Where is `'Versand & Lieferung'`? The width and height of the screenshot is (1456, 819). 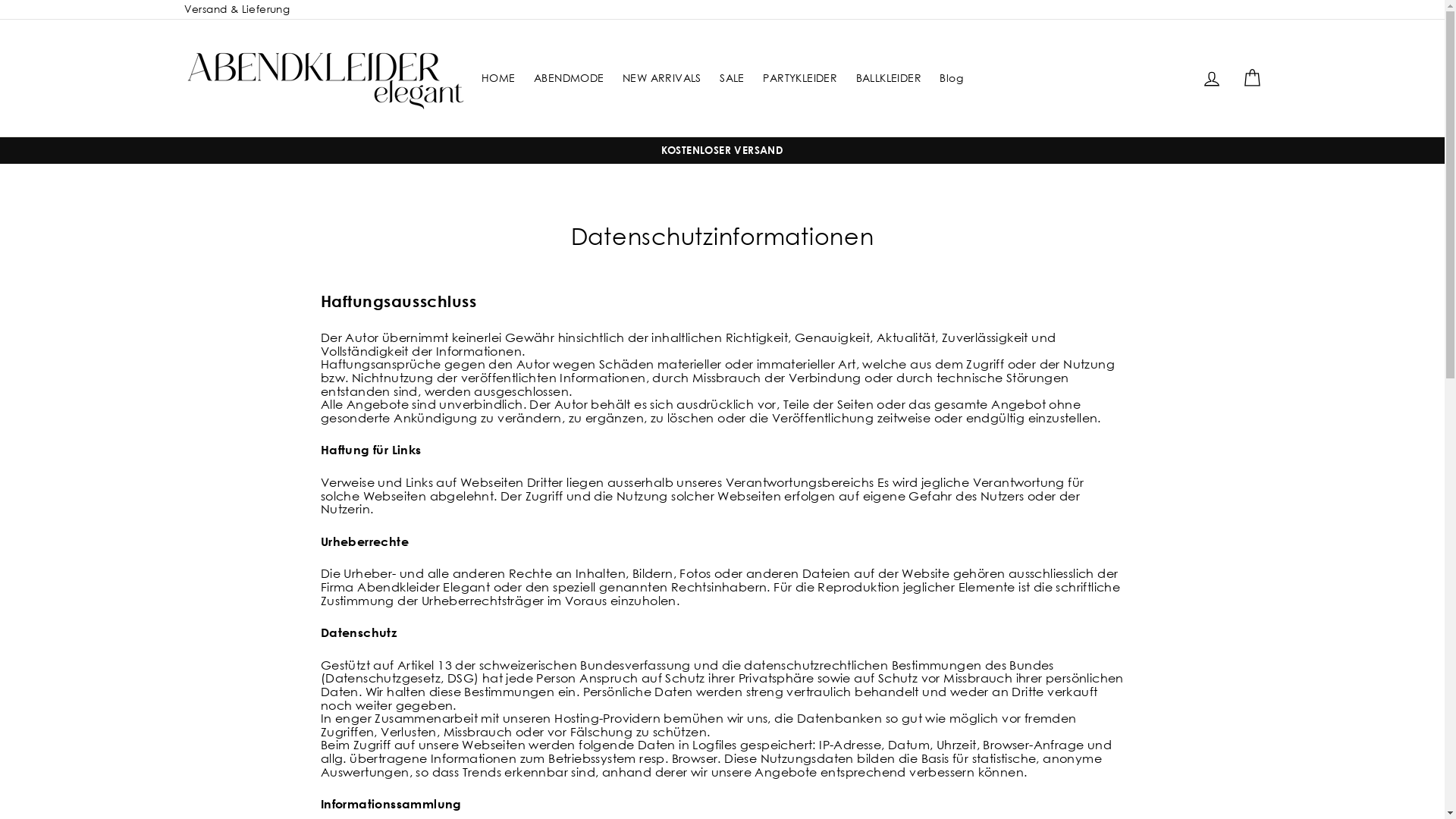 'Versand & Lieferung' is located at coordinates (175, 9).